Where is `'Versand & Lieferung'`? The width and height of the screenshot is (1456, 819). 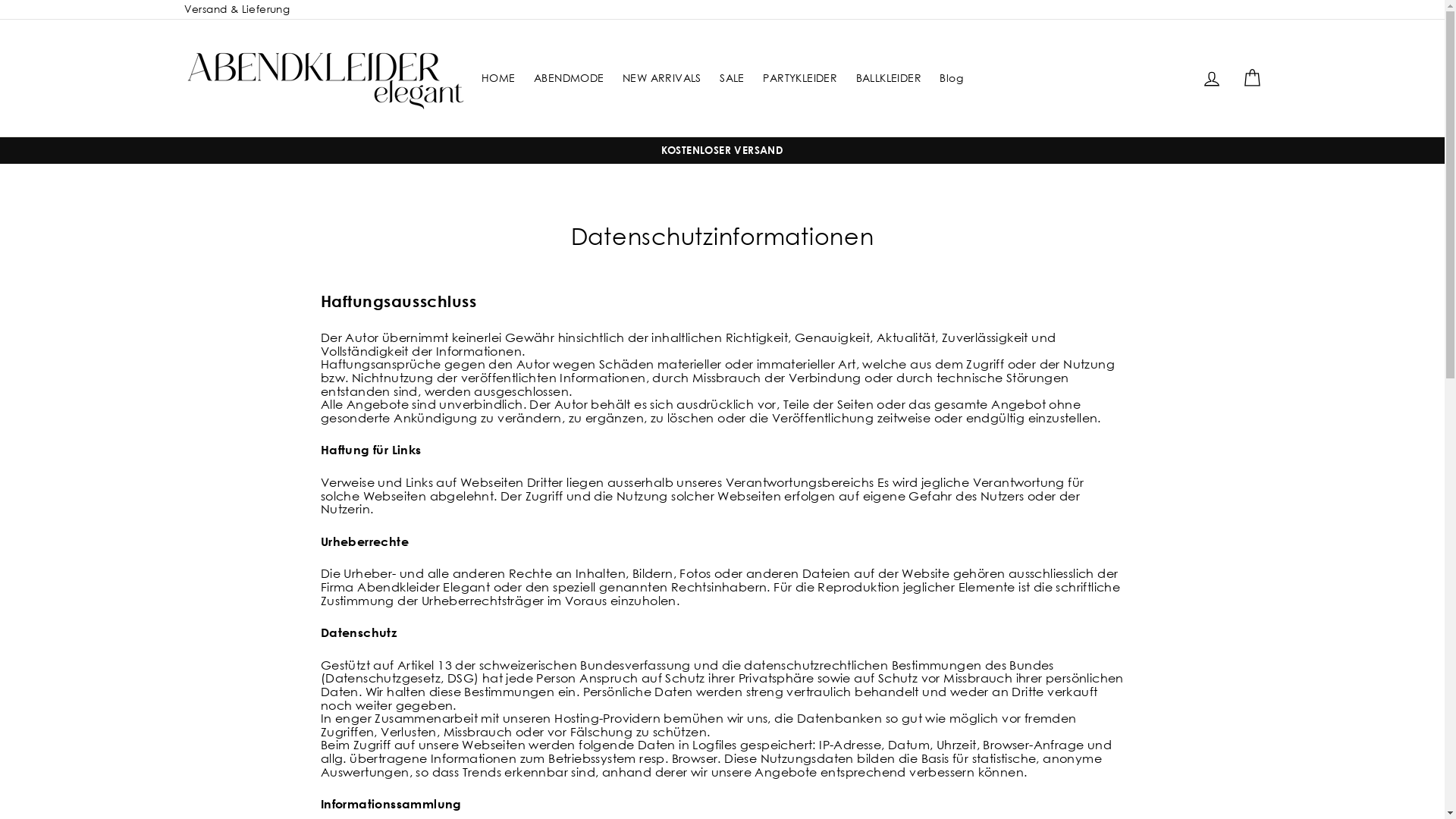 'Versand & Lieferung' is located at coordinates (175, 9).